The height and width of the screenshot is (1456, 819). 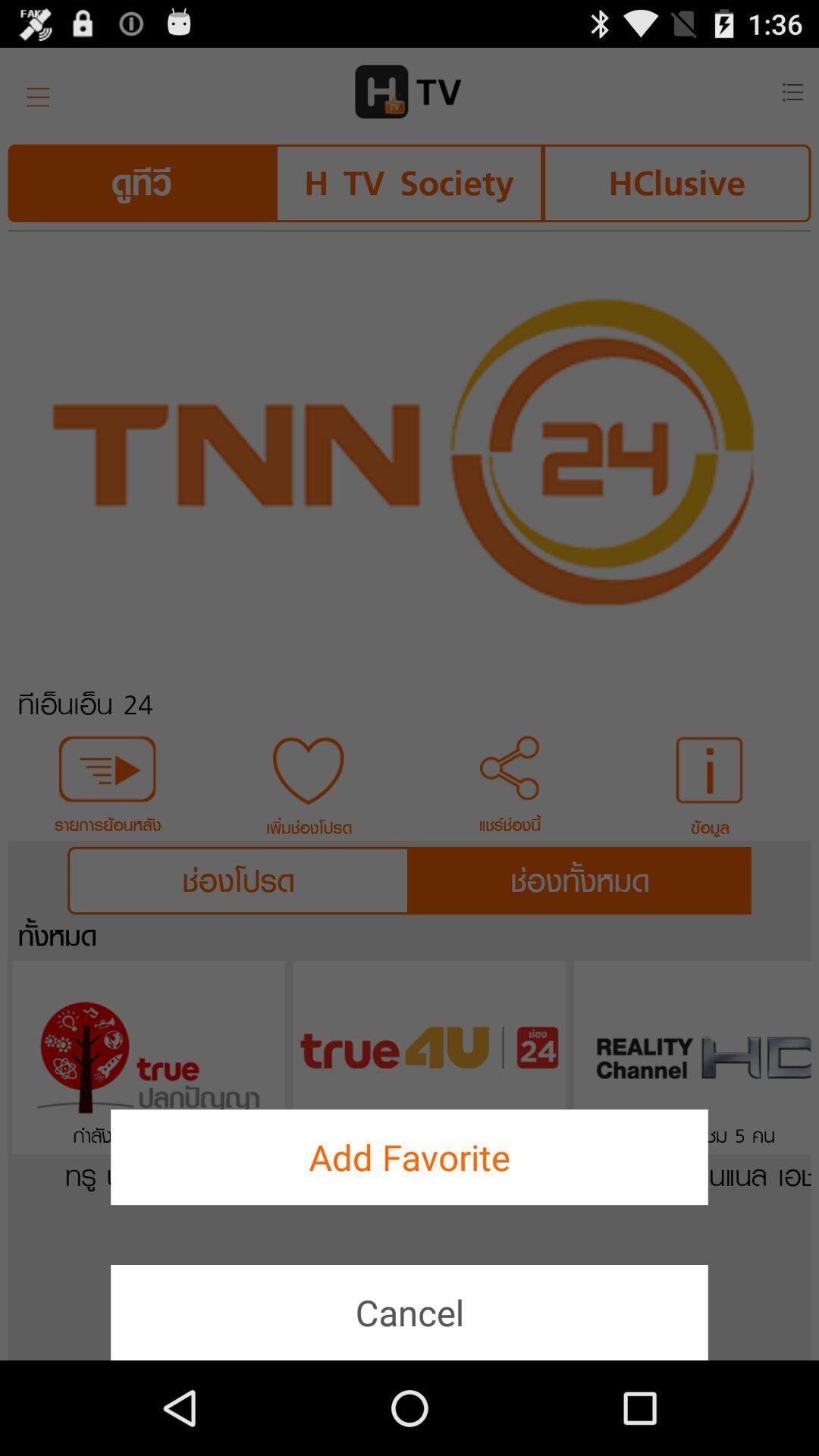 What do you see at coordinates (409, 1312) in the screenshot?
I see `the cancel item` at bounding box center [409, 1312].